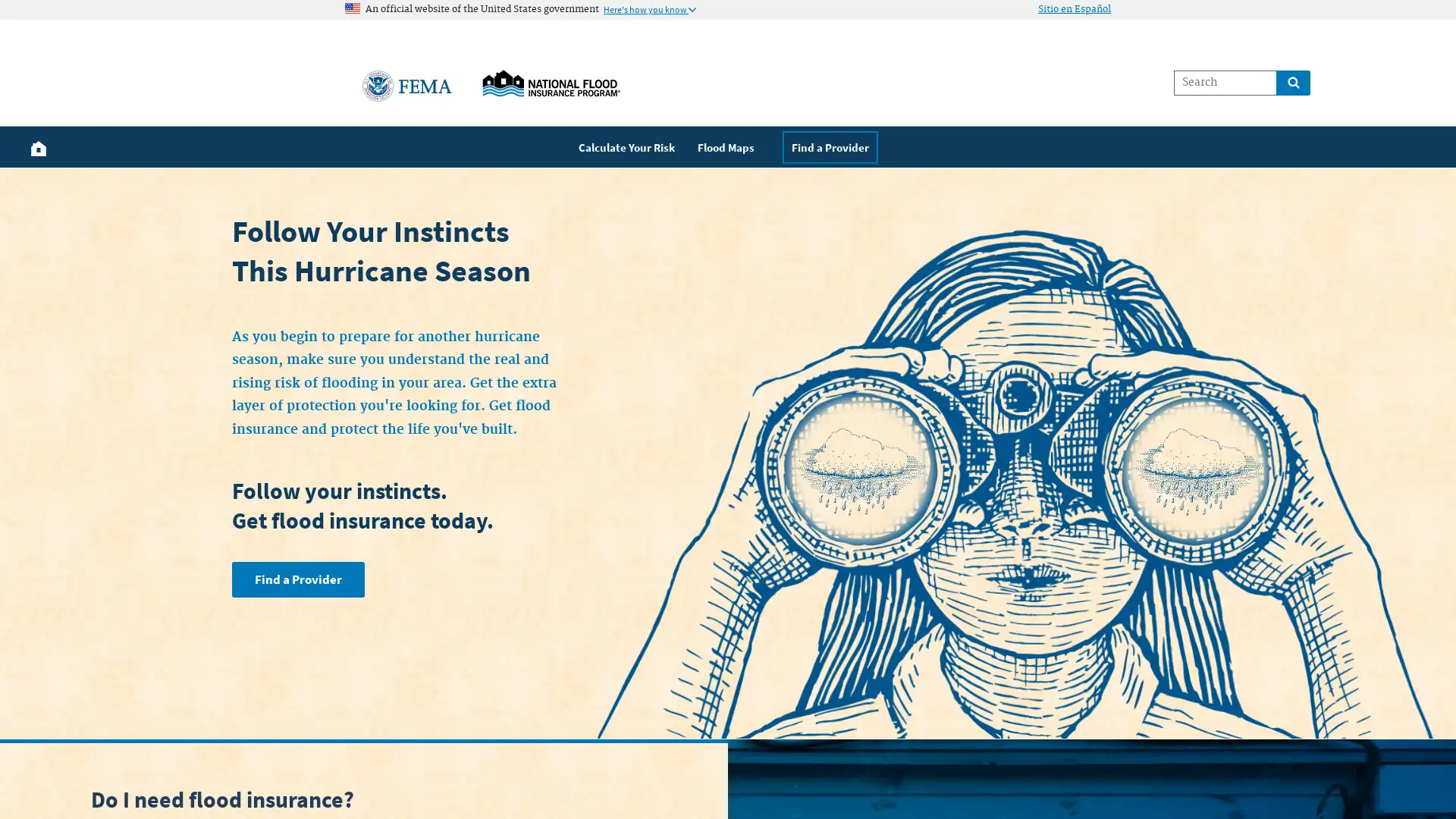  Describe the element at coordinates (1292, 82) in the screenshot. I see `Global search for site links and content throught floodsmart` at that location.